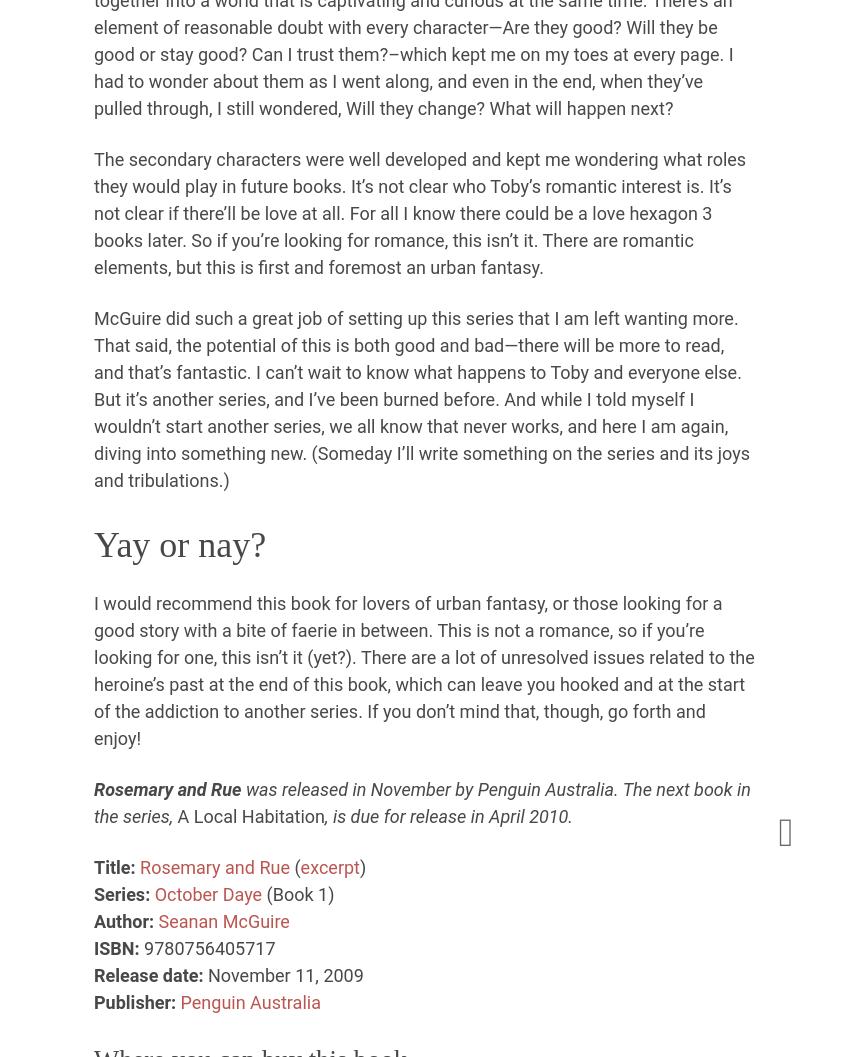 The width and height of the screenshot is (850, 1057). Describe the element at coordinates (93, 1000) in the screenshot. I see `'Publisher:'` at that location.